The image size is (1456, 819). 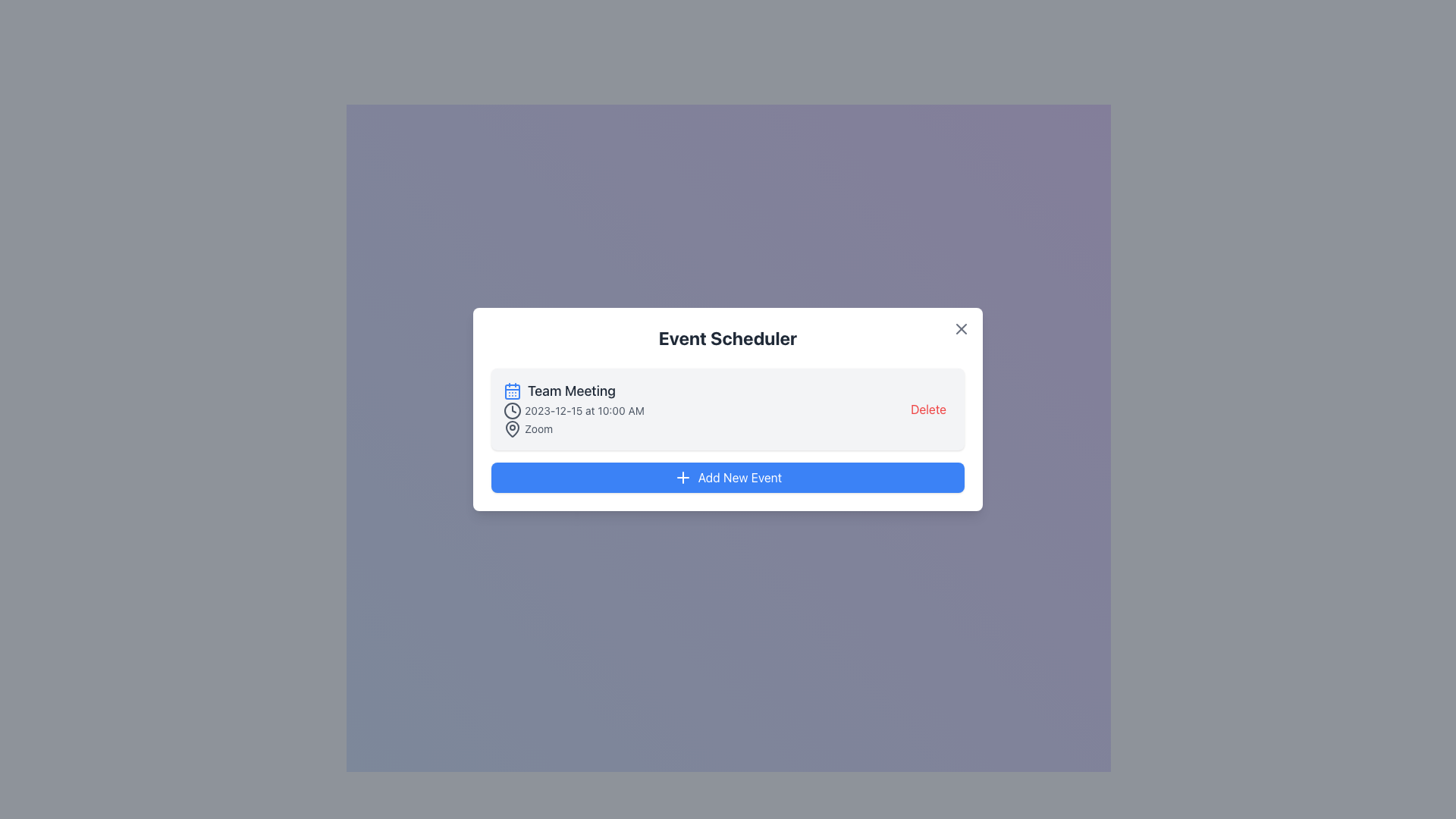 I want to click on the Zoom icon located to the left of the text 'Zoom' in the event description for 'Team Meeting', so click(x=513, y=429).